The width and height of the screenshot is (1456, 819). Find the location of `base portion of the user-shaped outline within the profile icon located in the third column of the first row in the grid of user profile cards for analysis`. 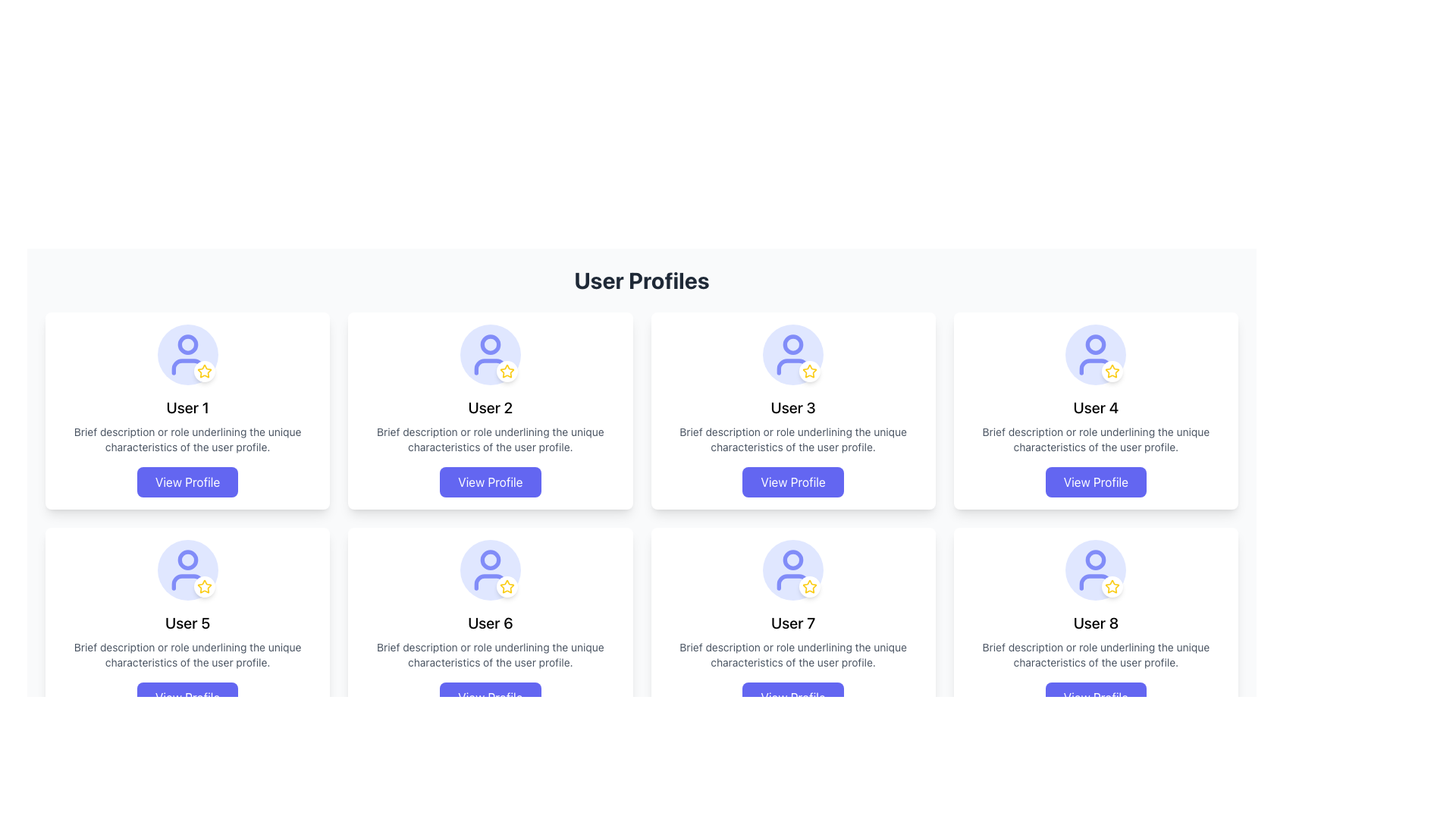

base portion of the user-shaped outline within the profile icon located in the third column of the first row in the grid of user profile cards for analysis is located at coordinates (792, 366).